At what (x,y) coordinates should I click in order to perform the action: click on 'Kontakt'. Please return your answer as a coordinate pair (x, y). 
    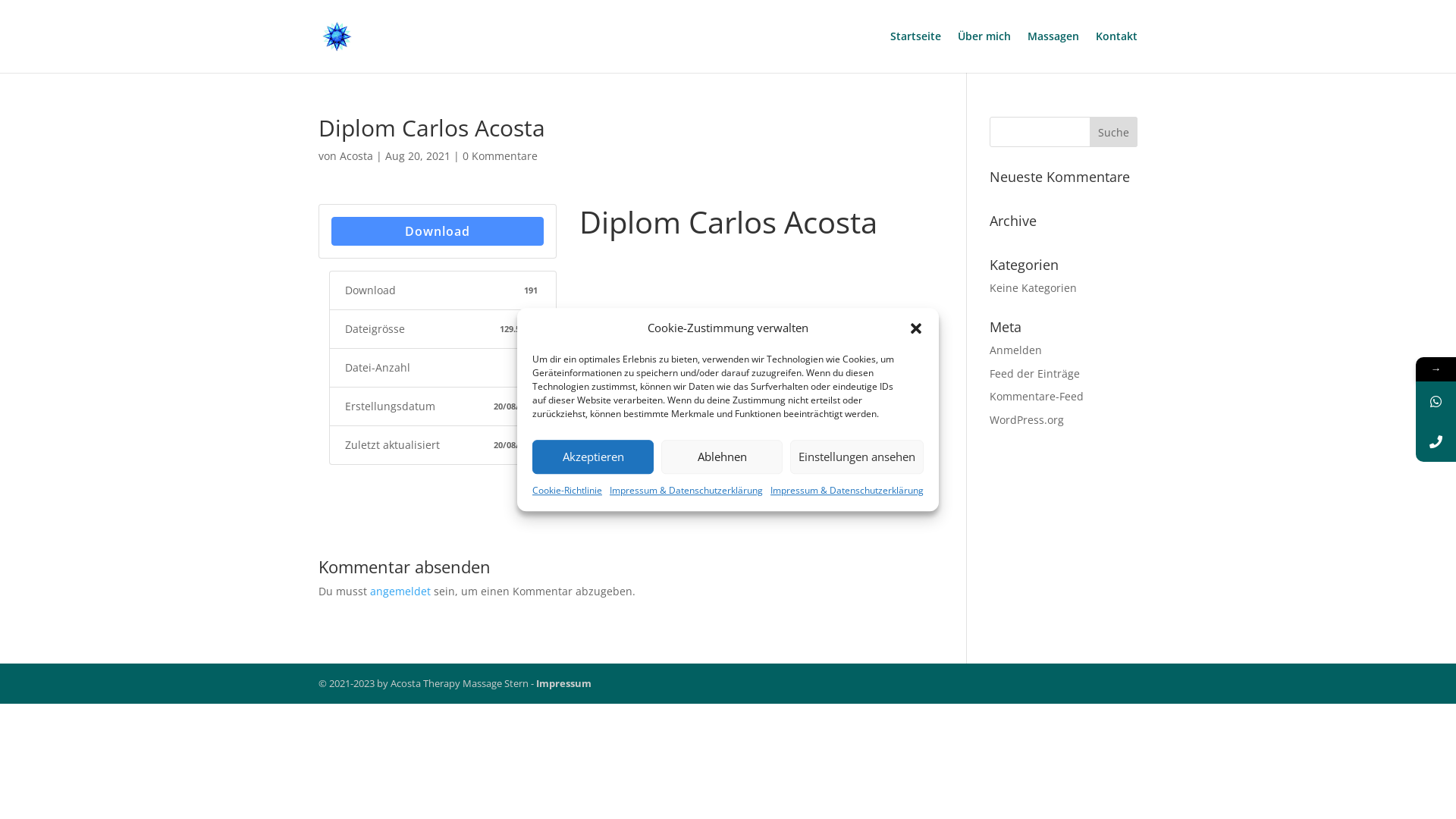
    Looking at the image, I should click on (1095, 51).